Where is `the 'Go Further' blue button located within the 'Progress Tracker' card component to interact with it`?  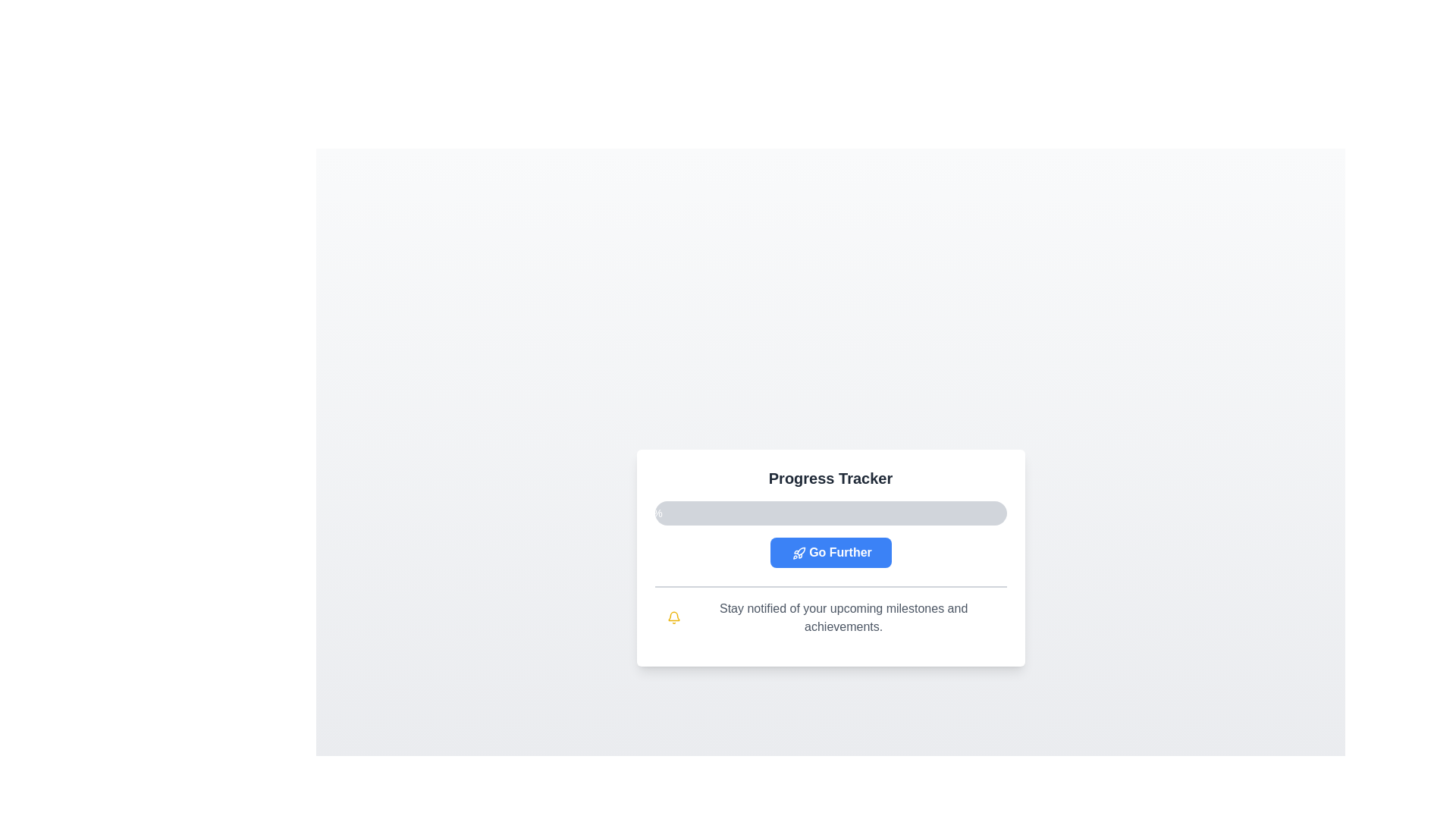 the 'Go Further' blue button located within the 'Progress Tracker' card component to interact with it is located at coordinates (830, 558).